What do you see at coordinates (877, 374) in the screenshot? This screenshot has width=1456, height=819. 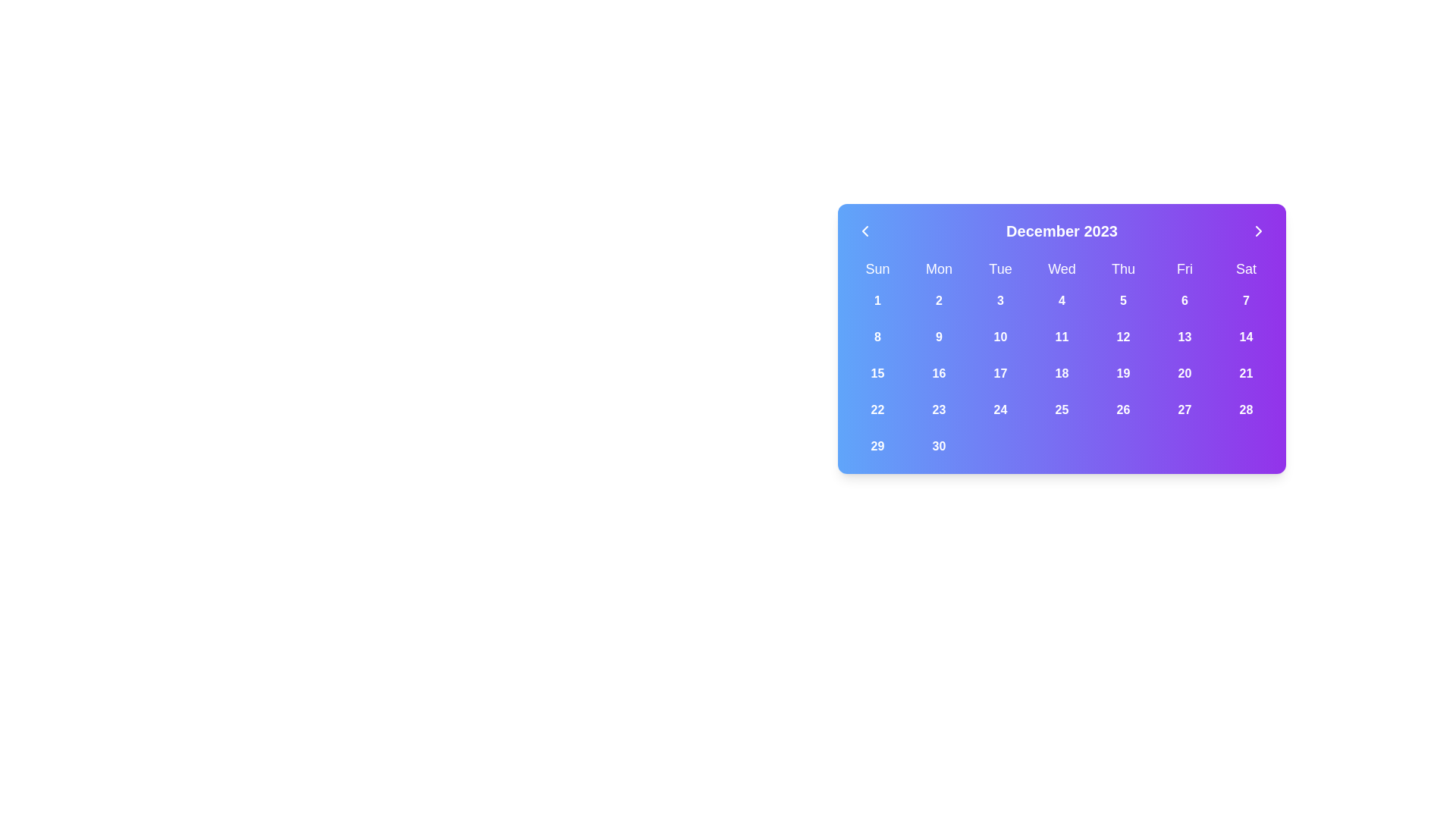 I see `the button representing the 15th day of December 2023 in the calendar interface` at bounding box center [877, 374].